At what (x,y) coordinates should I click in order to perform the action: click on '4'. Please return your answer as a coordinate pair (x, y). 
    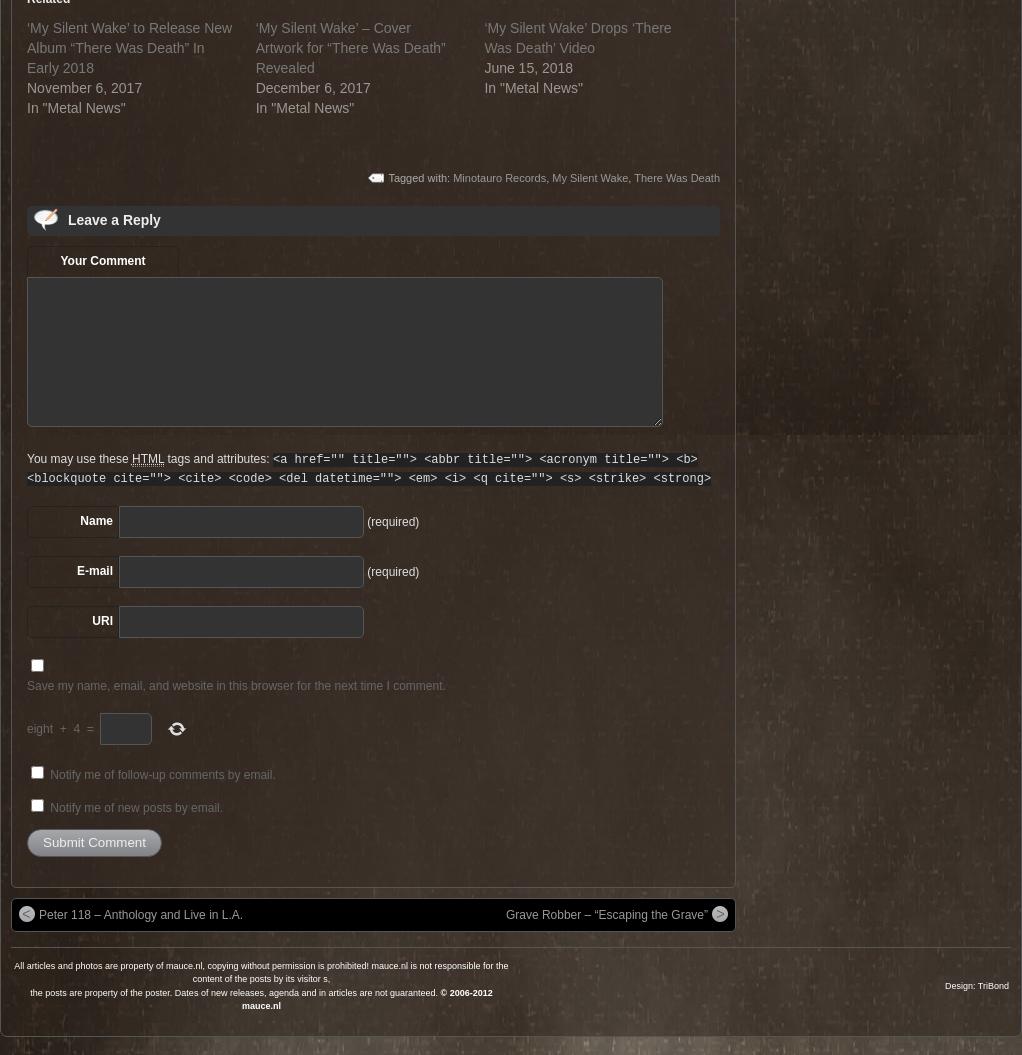
    Looking at the image, I should click on (75, 727).